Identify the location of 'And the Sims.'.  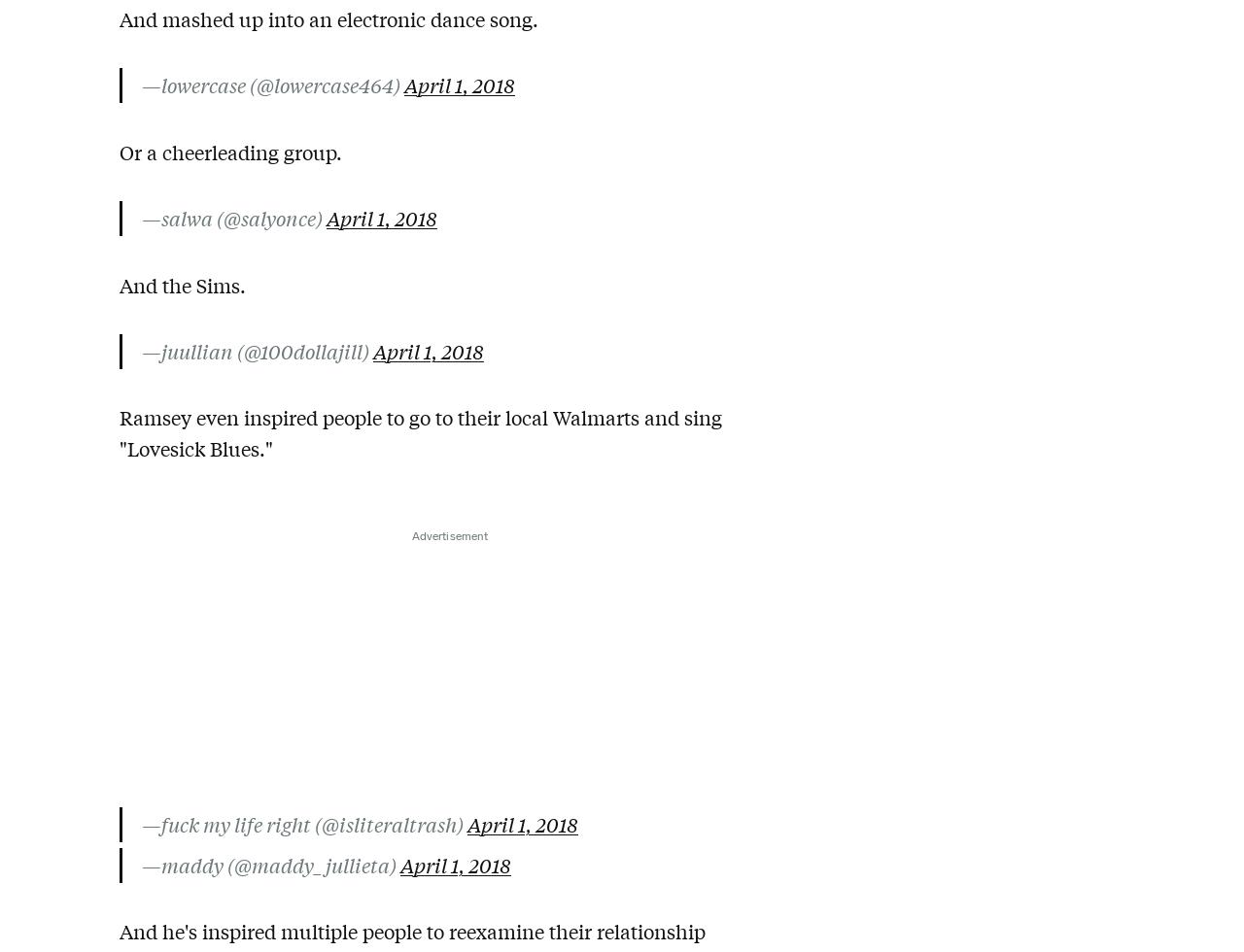
(183, 284).